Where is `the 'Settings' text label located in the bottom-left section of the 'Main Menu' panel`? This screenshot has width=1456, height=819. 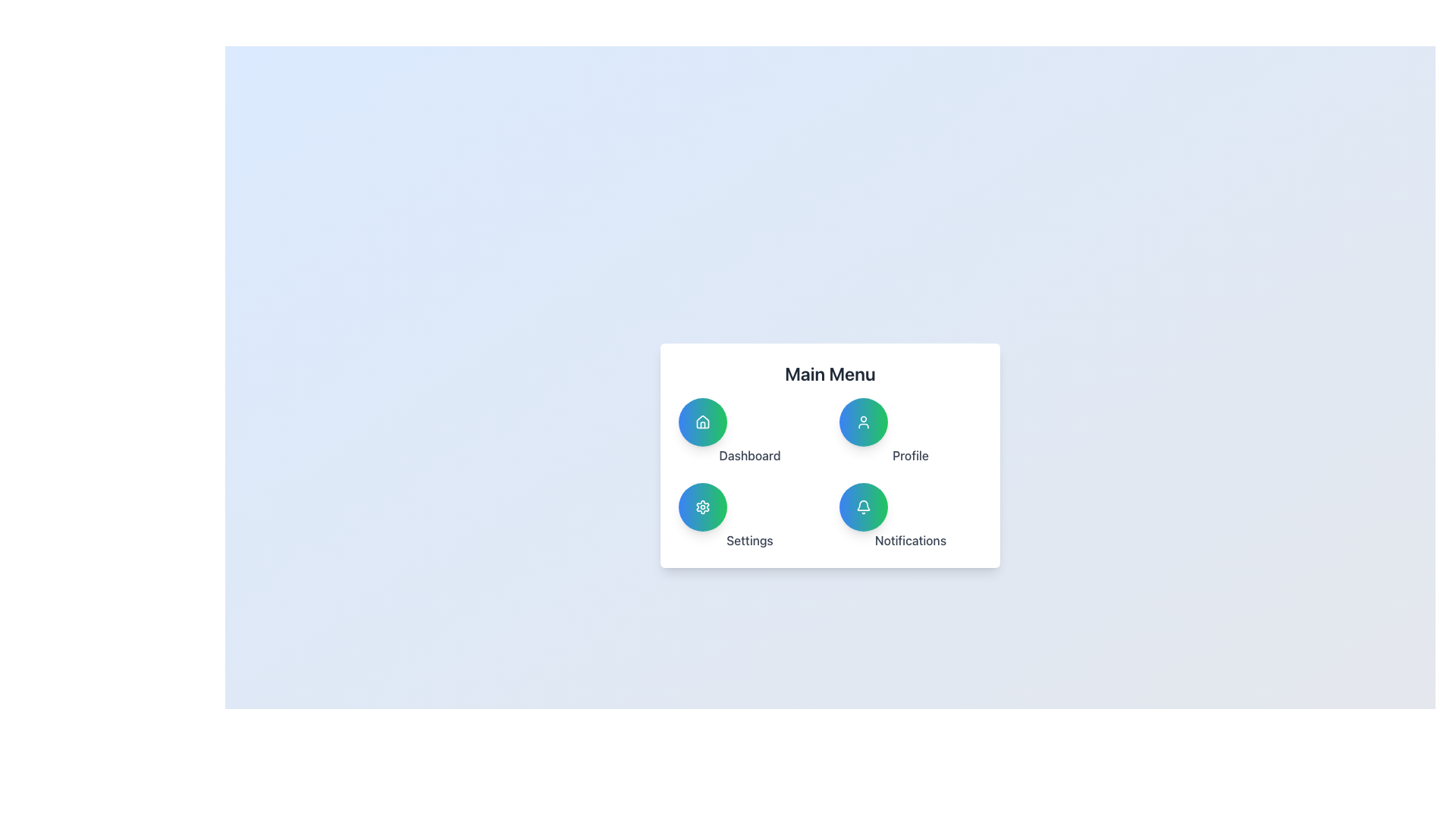
the 'Settings' text label located in the bottom-left section of the 'Main Menu' panel is located at coordinates (749, 540).